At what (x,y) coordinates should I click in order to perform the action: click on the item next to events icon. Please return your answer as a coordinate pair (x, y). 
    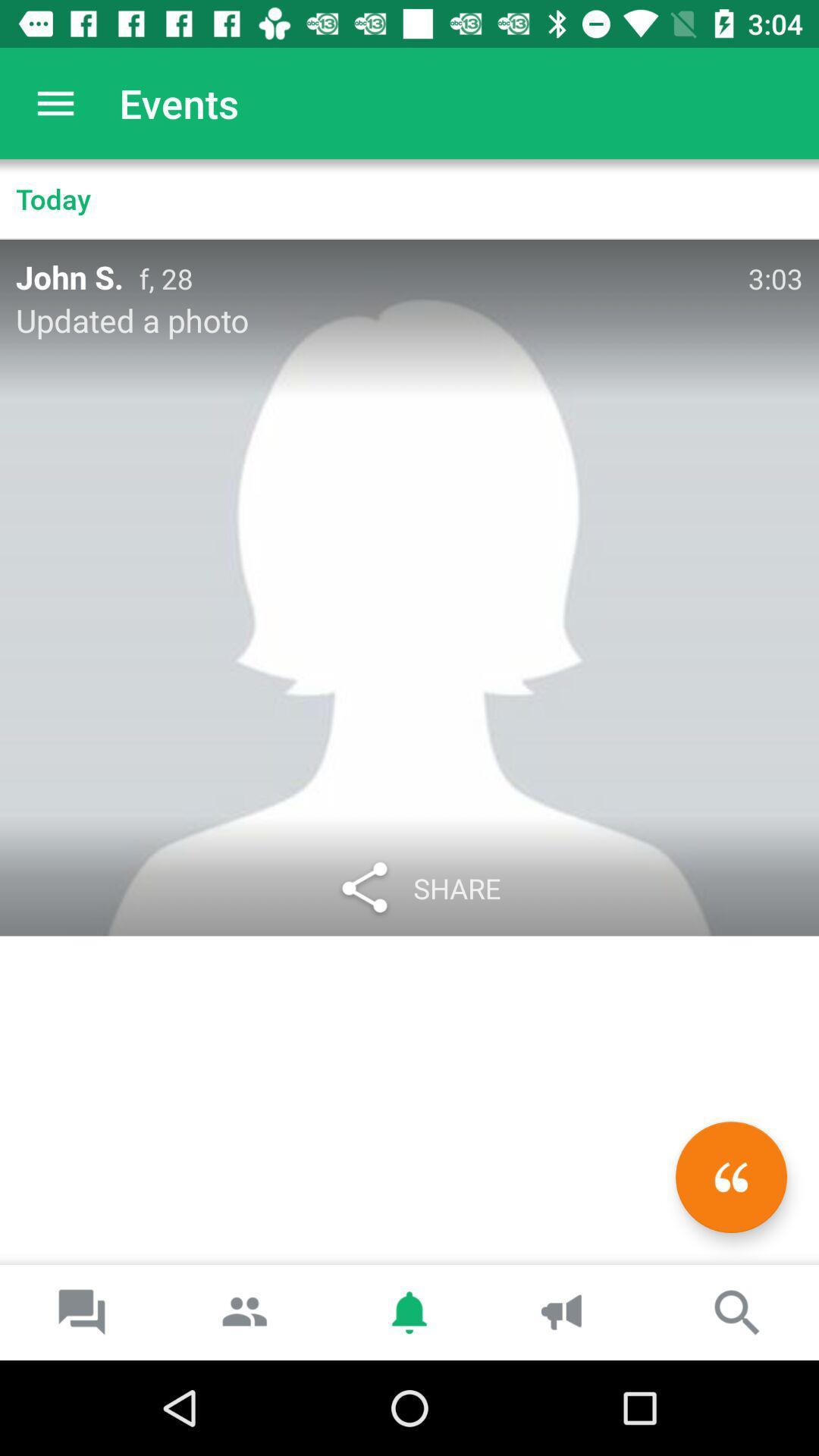
    Looking at the image, I should click on (55, 102).